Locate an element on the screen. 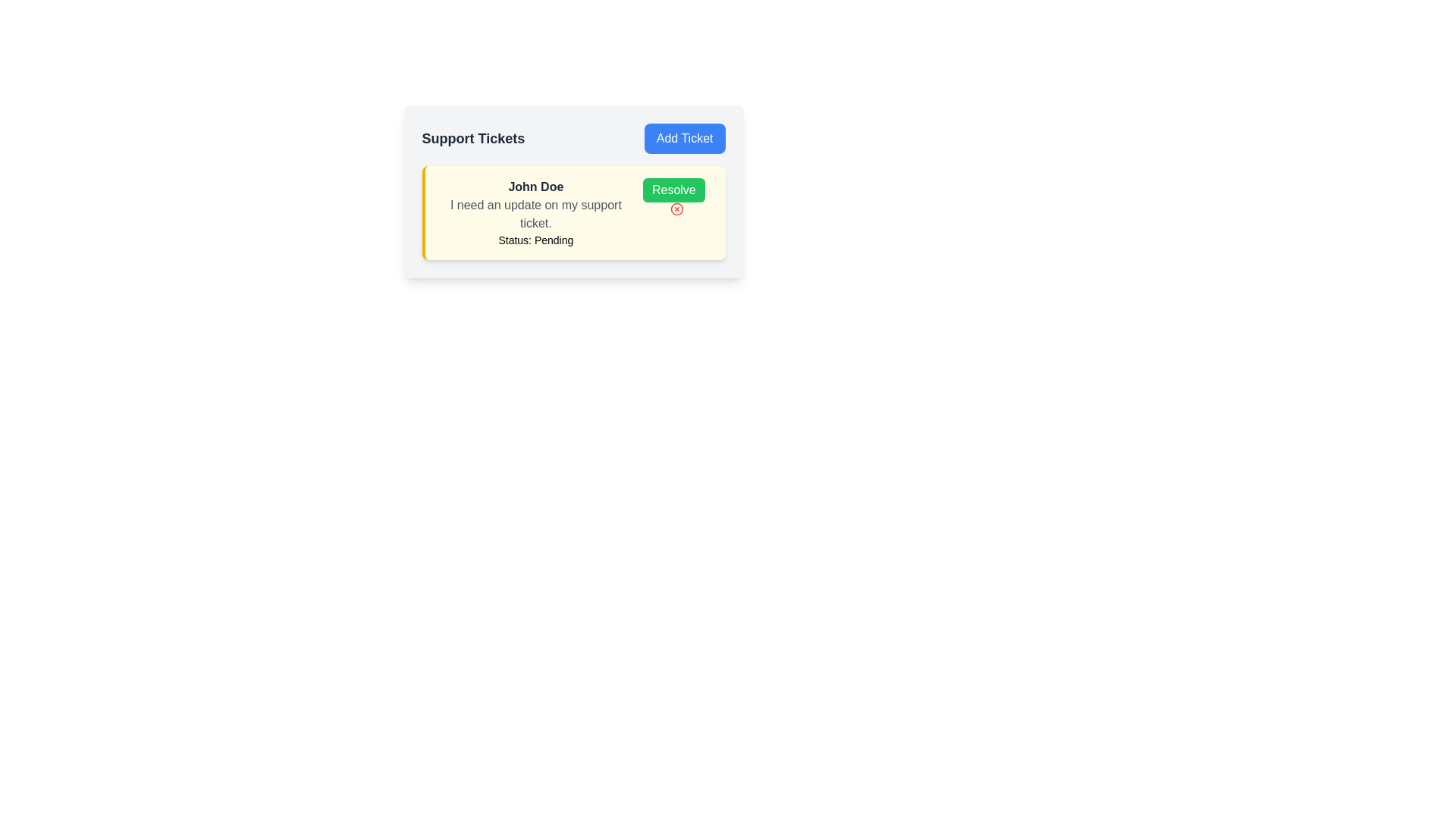  the composite text display element that provides details about a support ticket, located within a panel with a yellow background, positioned towards the upper-middle part of the panel, to the left of the 'Resolve' button is located at coordinates (535, 213).